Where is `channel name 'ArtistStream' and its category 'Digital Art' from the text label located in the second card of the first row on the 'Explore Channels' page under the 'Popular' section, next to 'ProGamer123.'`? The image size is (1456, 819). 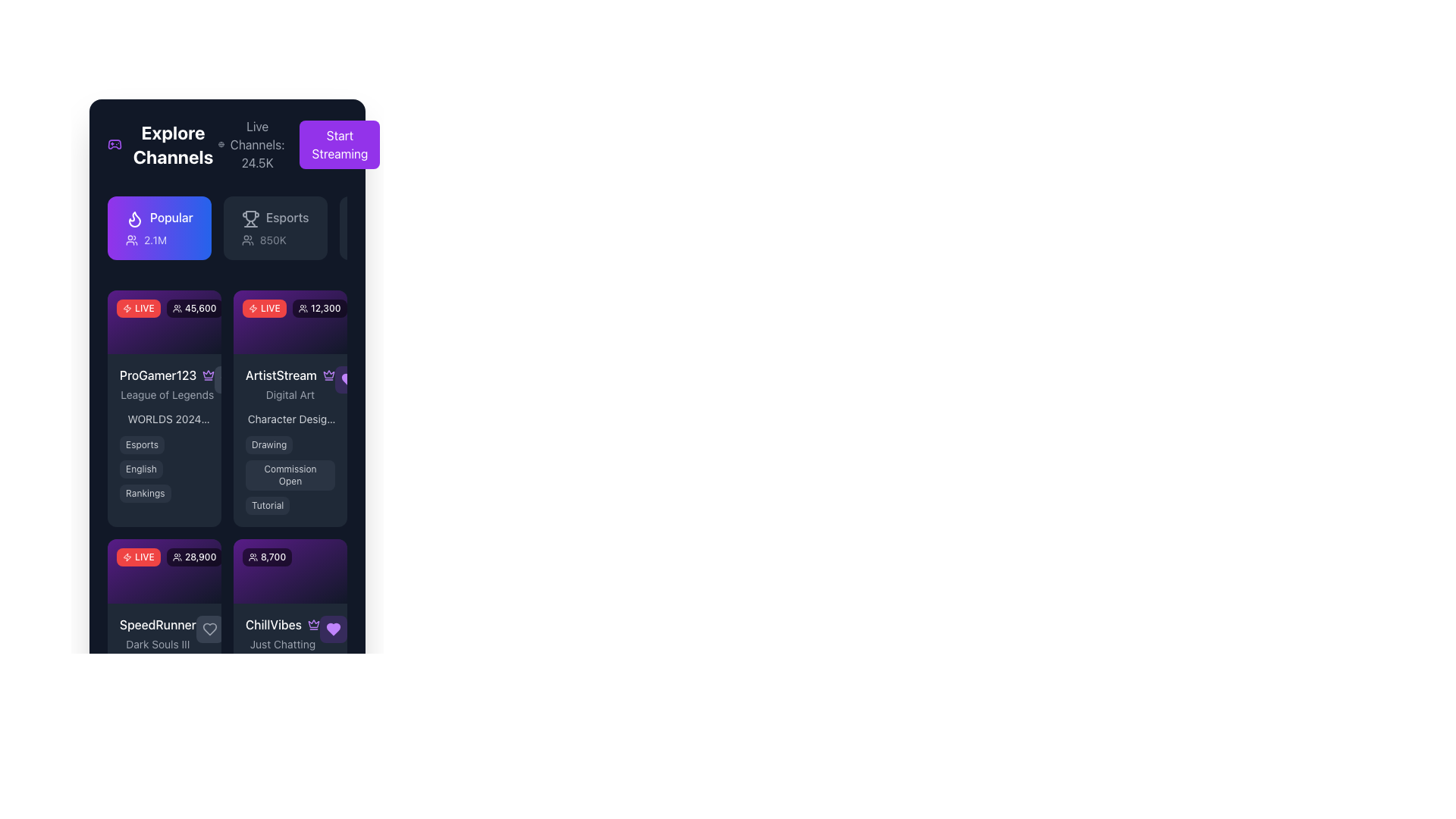 channel name 'ArtistStream' and its category 'Digital Art' from the text label located in the second card of the first row on the 'Explore Channels' page under the 'Popular' section, next to 'ProGamer123.' is located at coordinates (290, 384).